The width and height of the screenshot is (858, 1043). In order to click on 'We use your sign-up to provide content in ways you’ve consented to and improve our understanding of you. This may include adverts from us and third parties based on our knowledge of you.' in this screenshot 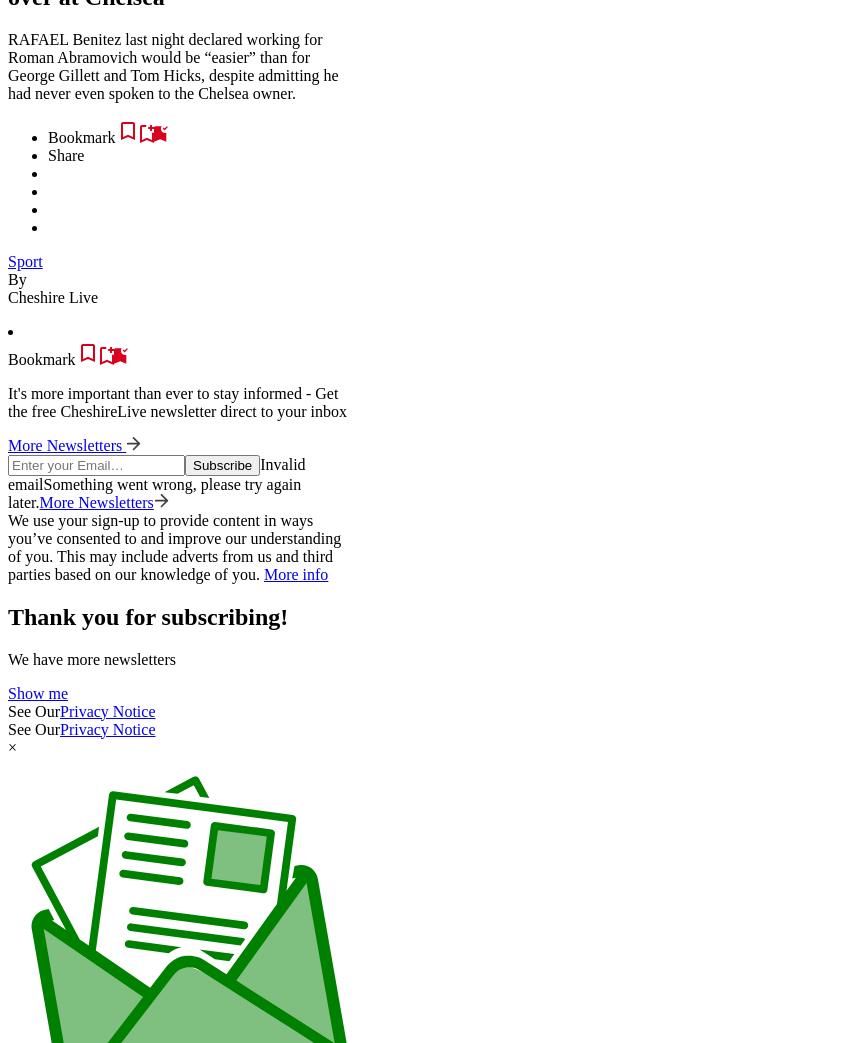, I will do `click(174, 546)`.